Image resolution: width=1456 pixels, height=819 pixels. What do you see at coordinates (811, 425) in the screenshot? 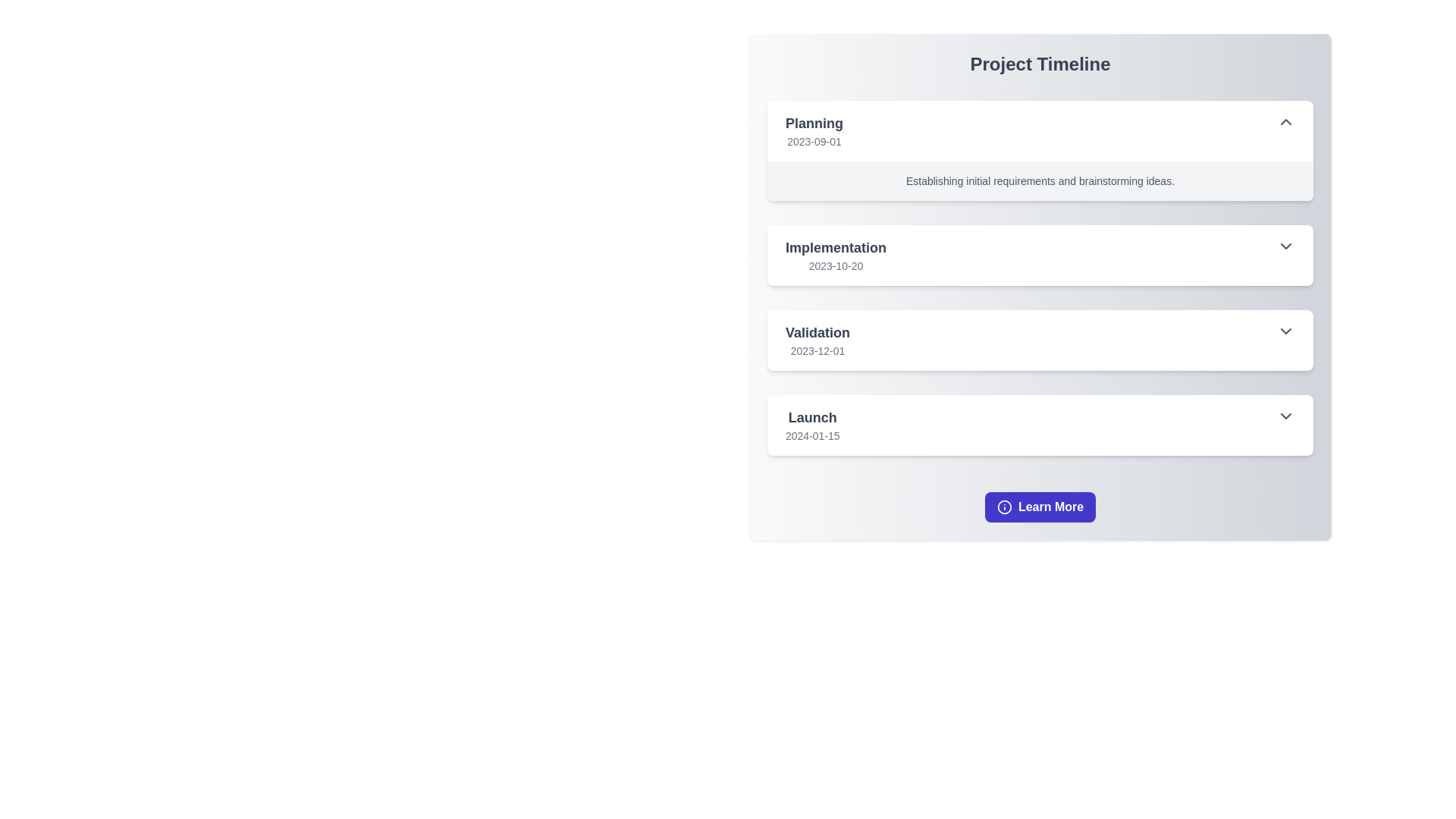
I see `the timeline item displaying the title 'Launch' and the date '2024-01-15', located beneath the 'Validation' section` at bounding box center [811, 425].